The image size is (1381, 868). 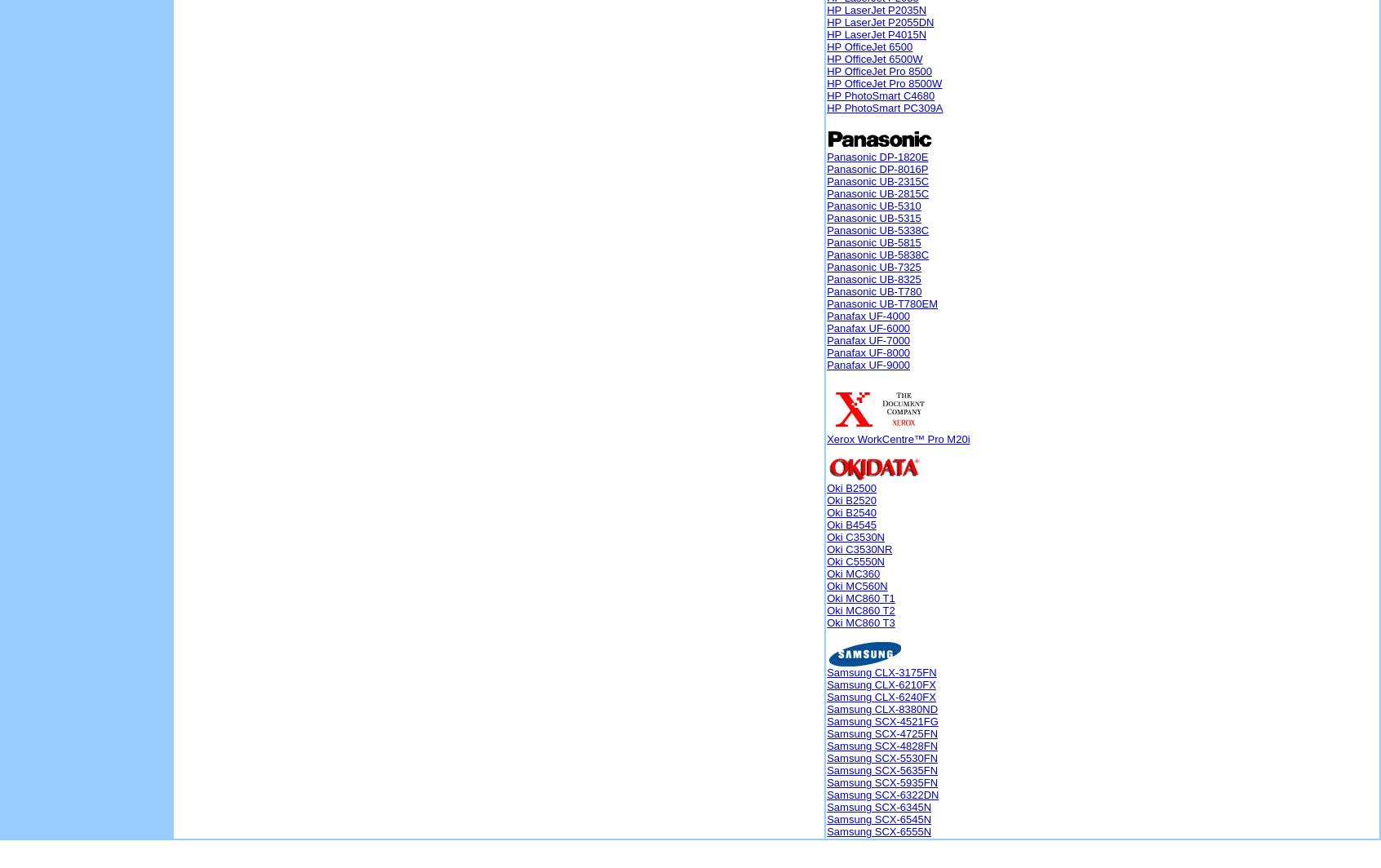 I want to click on 'Samsung CLX-6240FX', so click(x=881, y=697).